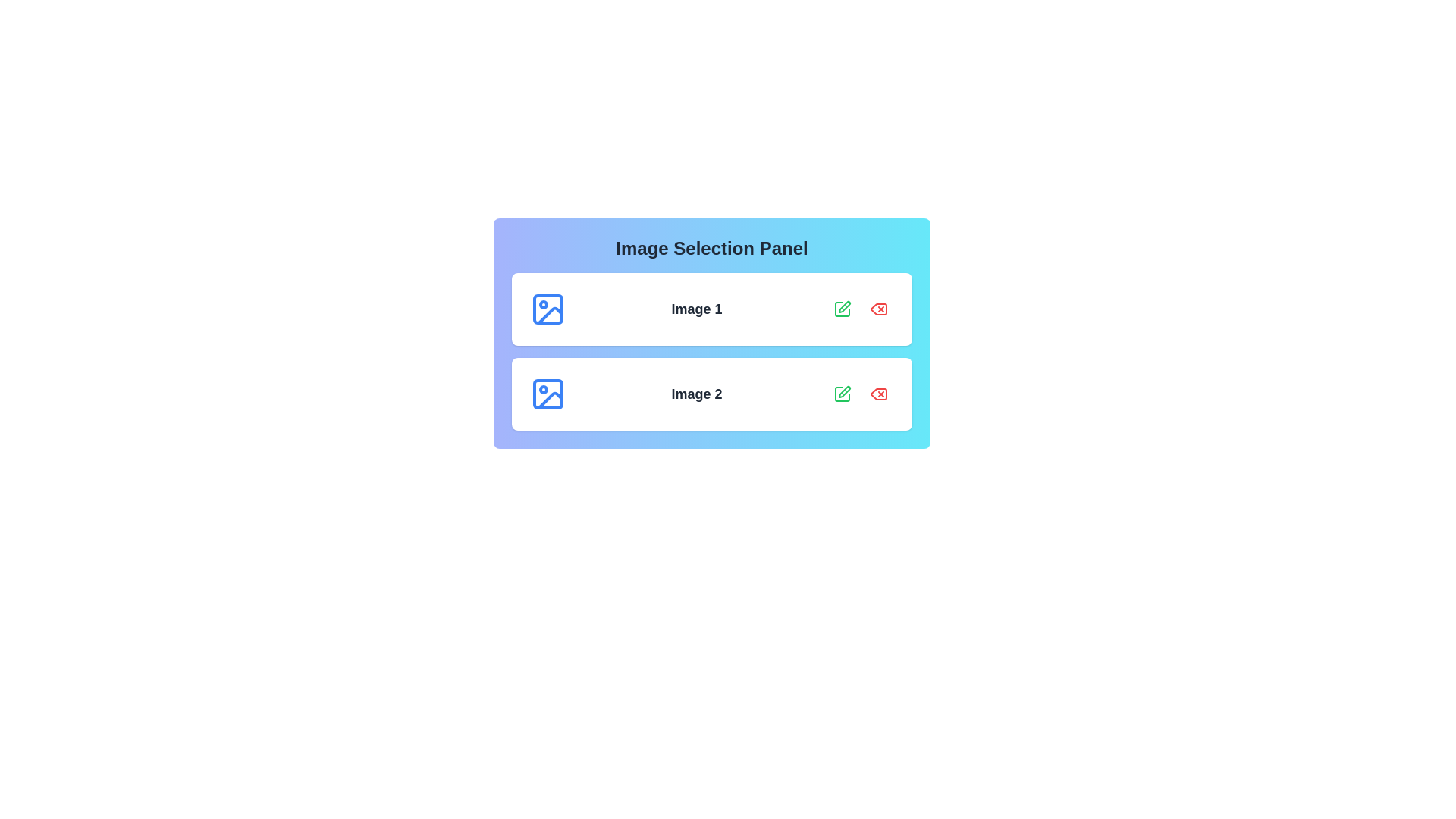  I want to click on the 'Image 2' text label, which is bold and gray, located in the second row of a two-row layout within a rounded white box against a blue background, so click(695, 394).